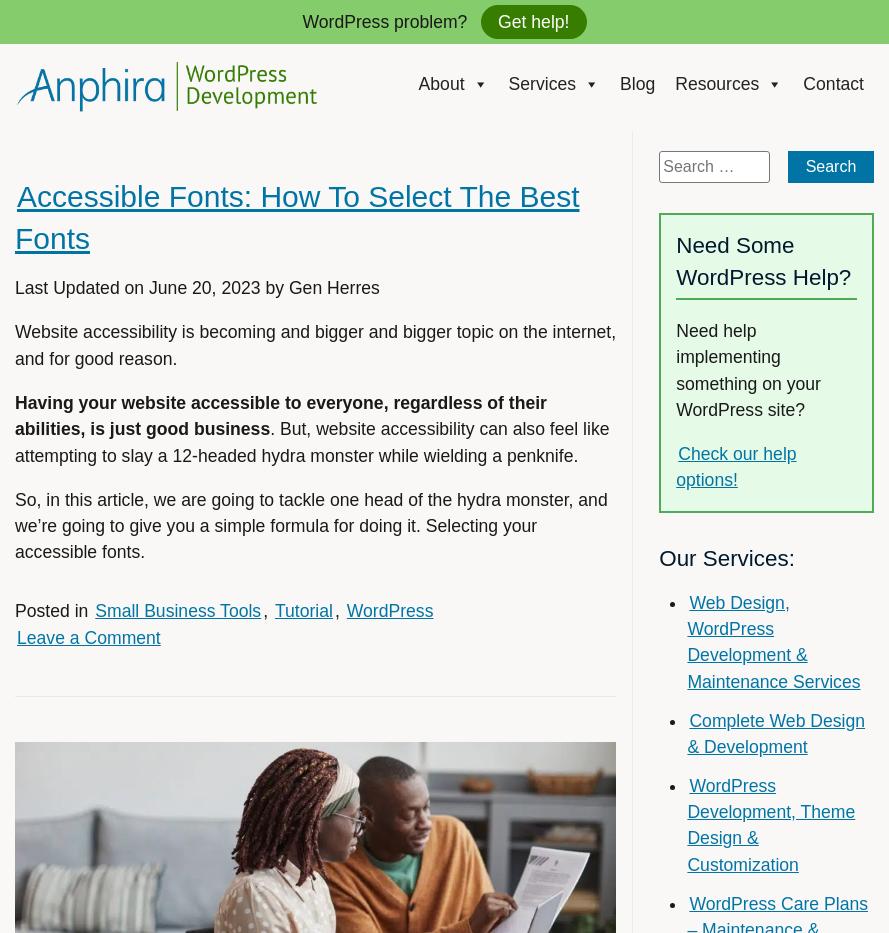 This screenshot has height=933, width=889. I want to click on 'Tools We Use', so click(727, 189).